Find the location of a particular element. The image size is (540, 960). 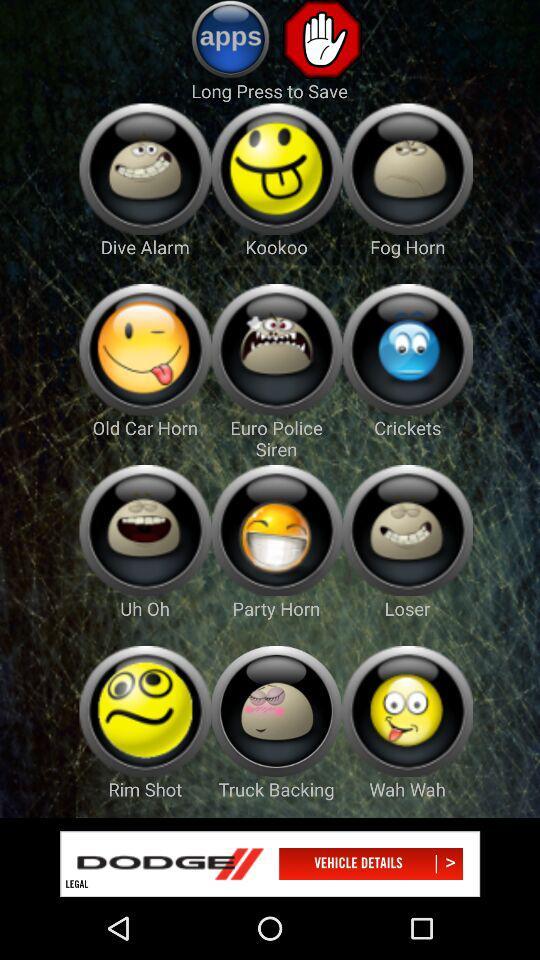

the dive alarm emoji is located at coordinates (144, 168).